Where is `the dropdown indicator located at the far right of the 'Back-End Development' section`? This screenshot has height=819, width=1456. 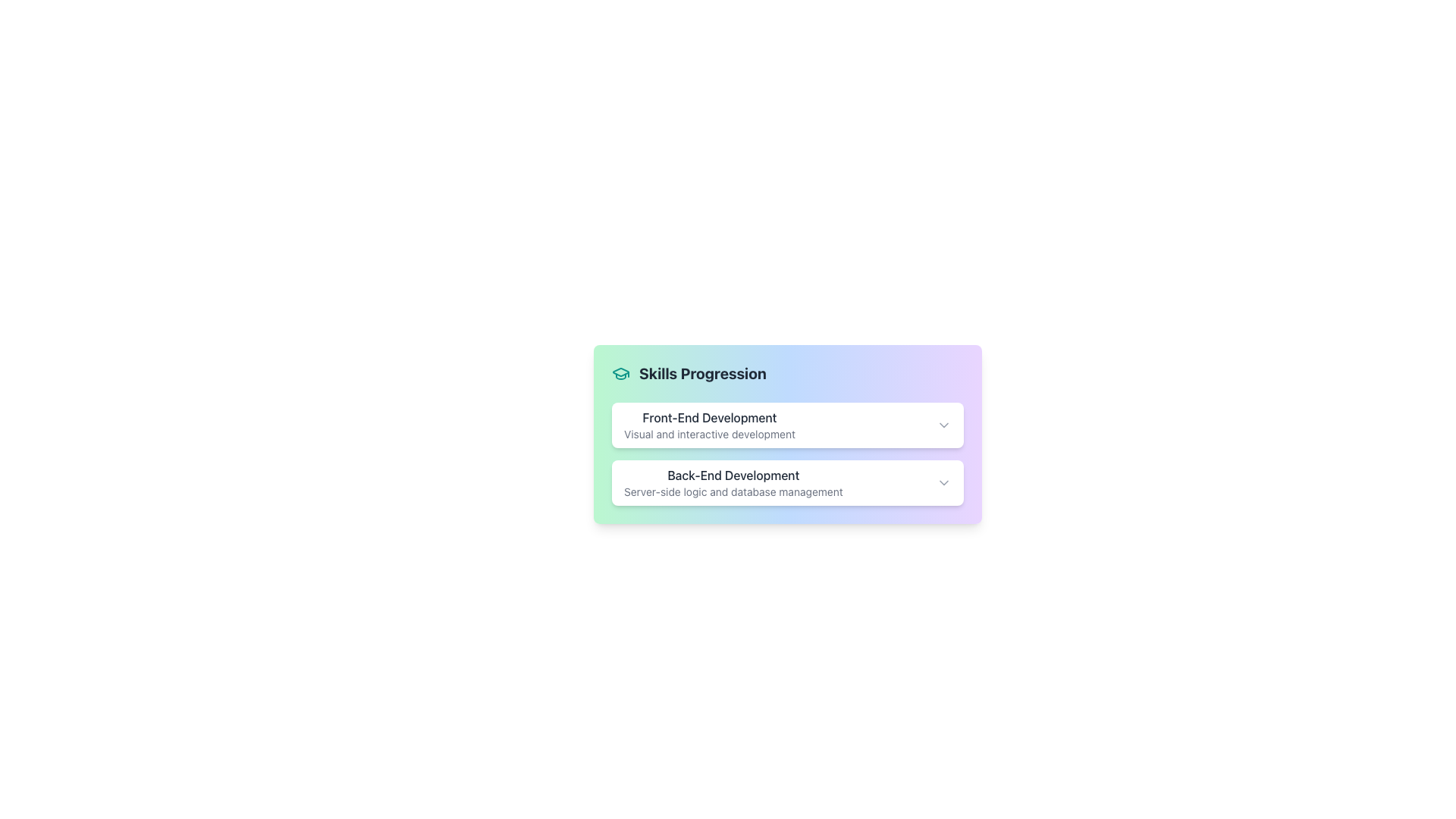 the dropdown indicator located at the far right of the 'Back-End Development' section is located at coordinates (943, 482).